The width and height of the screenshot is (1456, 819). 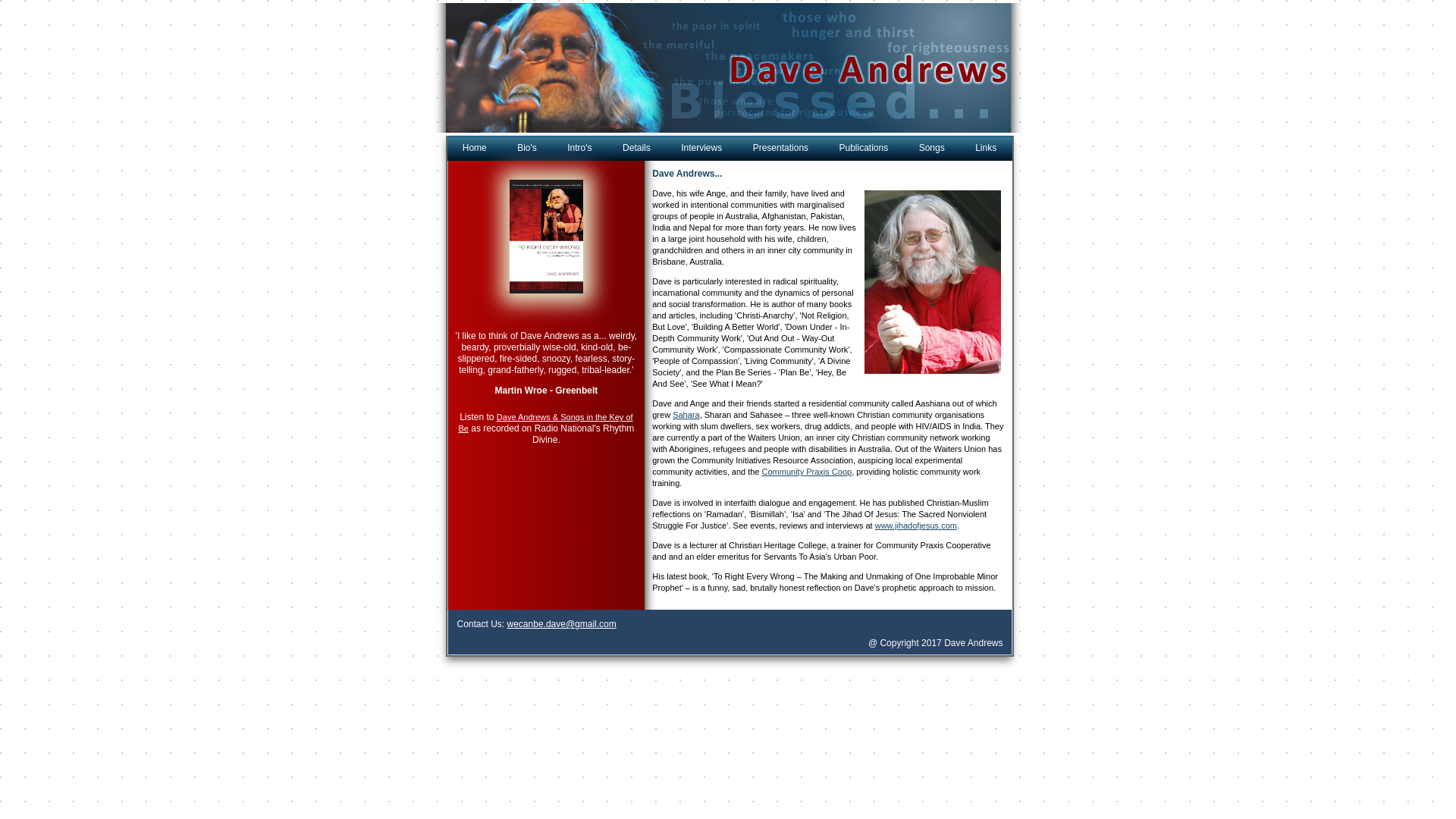 What do you see at coordinates (780, 148) in the screenshot?
I see `'Presentations'` at bounding box center [780, 148].